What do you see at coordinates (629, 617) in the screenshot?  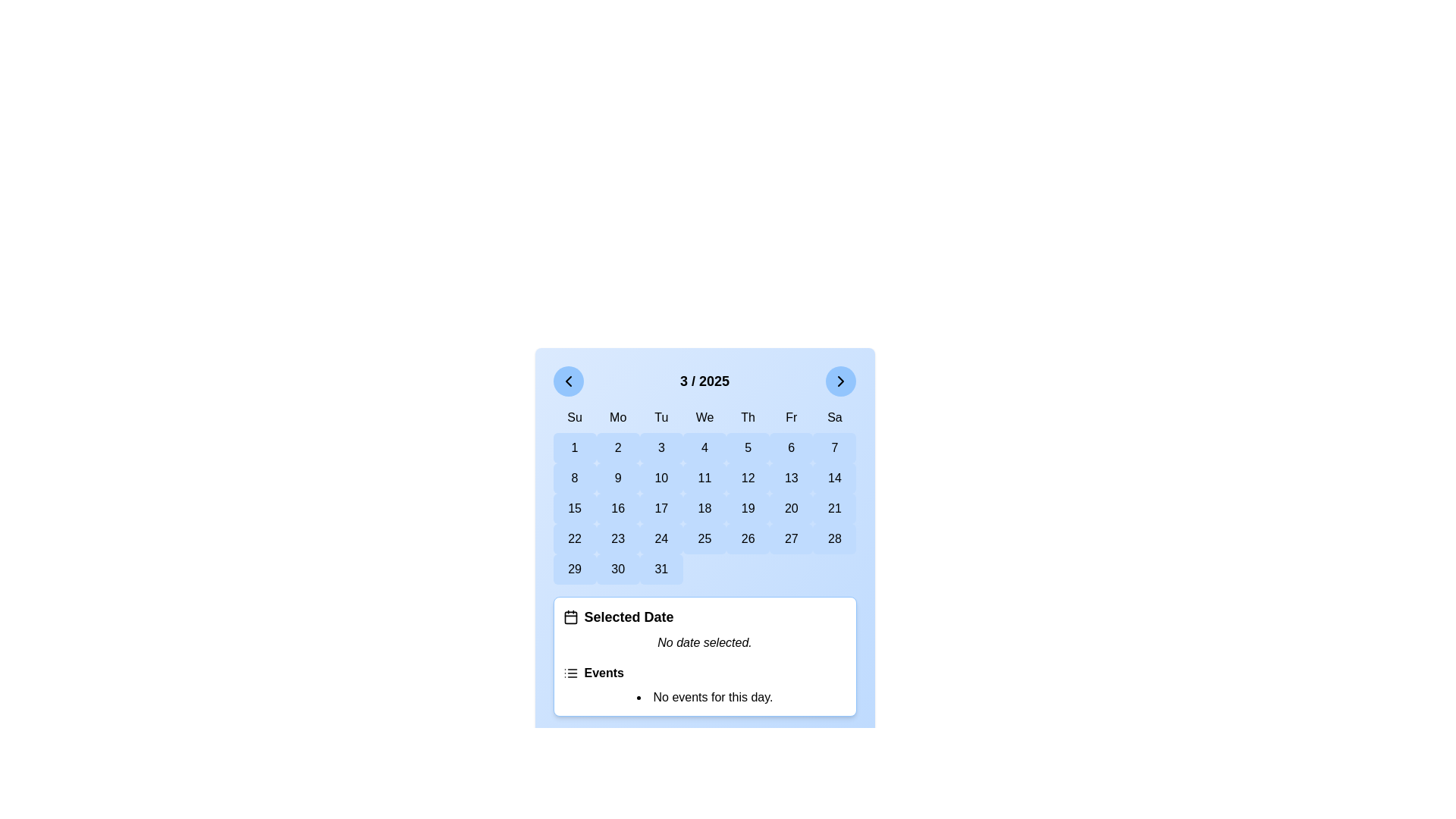 I see `the label indicating date selection status below the calendar, which provides context for the user regarding the selected date` at bounding box center [629, 617].